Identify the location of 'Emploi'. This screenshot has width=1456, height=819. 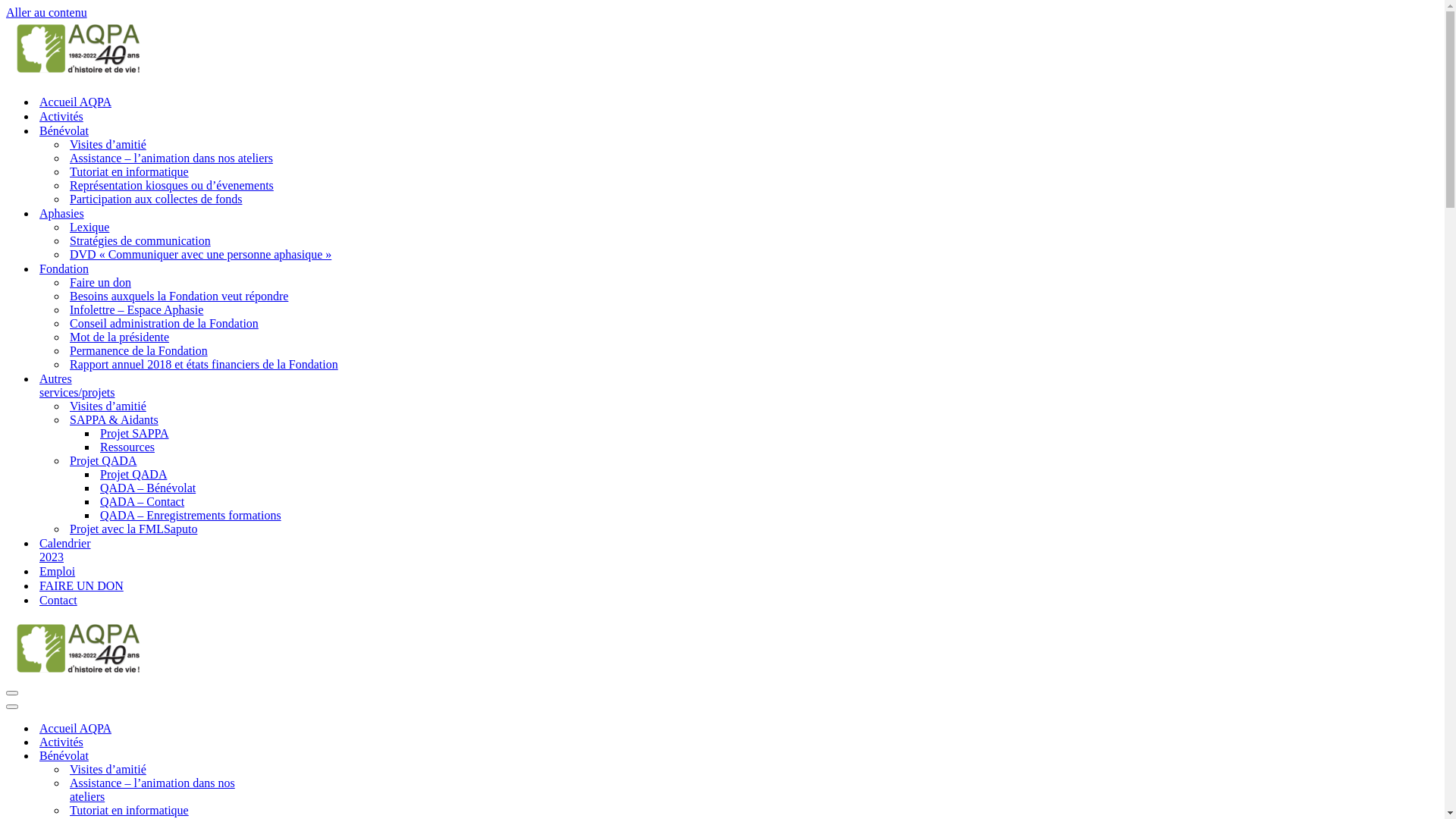
(57, 571).